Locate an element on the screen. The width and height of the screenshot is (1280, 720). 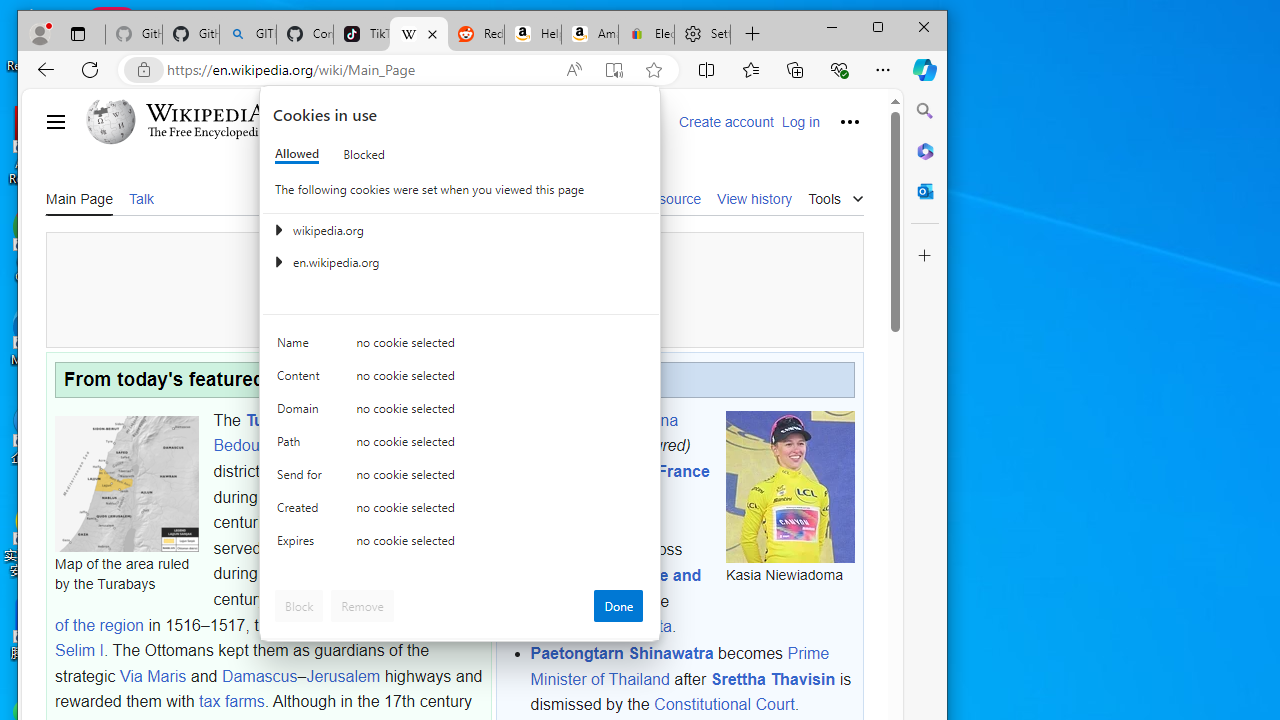
'Remove' is located at coordinates (362, 604).